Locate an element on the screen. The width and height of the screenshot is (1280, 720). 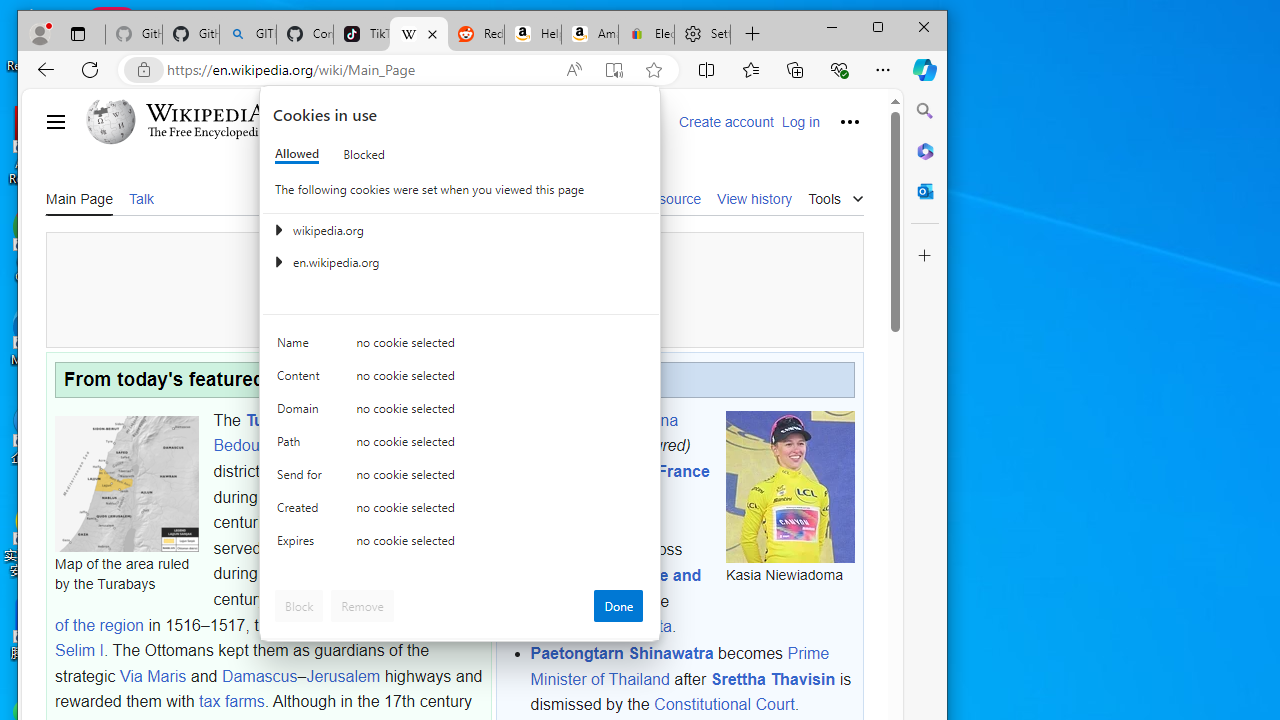
'Remove' is located at coordinates (362, 604).